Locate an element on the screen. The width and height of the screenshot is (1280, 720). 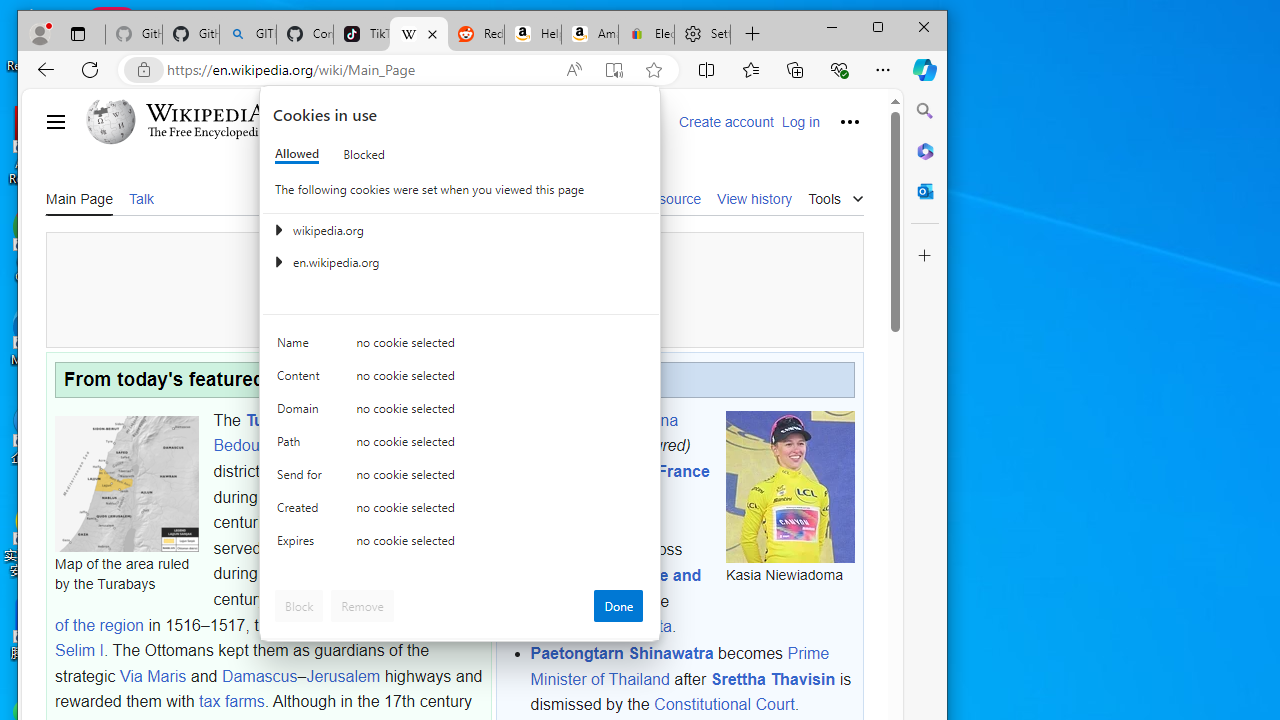
'Remove' is located at coordinates (362, 604).